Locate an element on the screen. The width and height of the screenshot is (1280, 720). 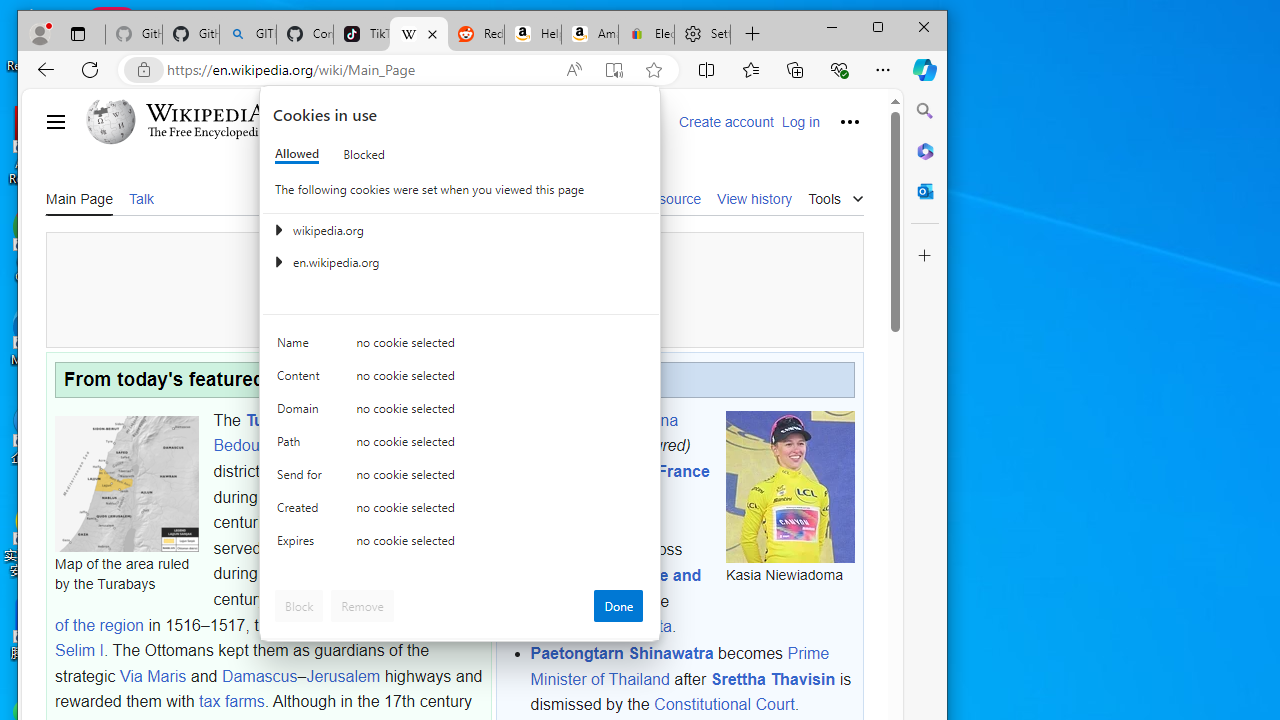
'Remove' is located at coordinates (362, 604).